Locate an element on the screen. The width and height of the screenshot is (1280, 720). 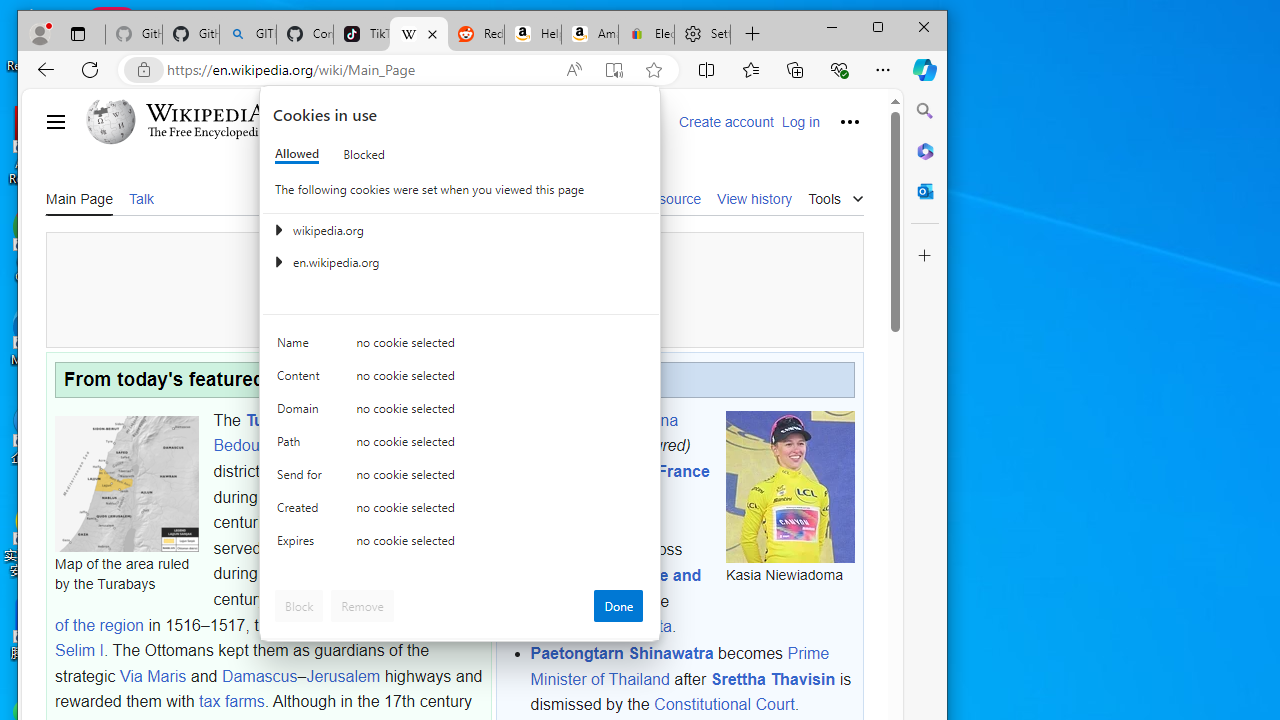
'Remove' is located at coordinates (362, 604).